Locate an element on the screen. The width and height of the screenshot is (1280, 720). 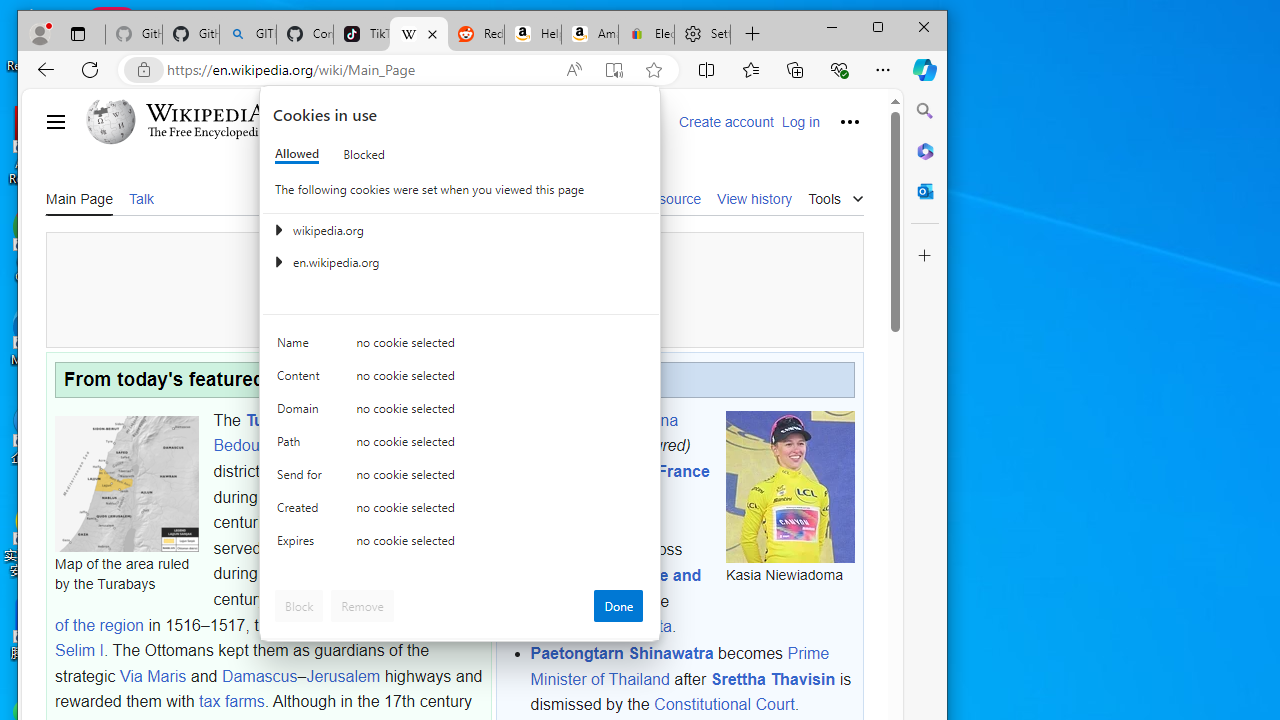
'Remove' is located at coordinates (362, 604).